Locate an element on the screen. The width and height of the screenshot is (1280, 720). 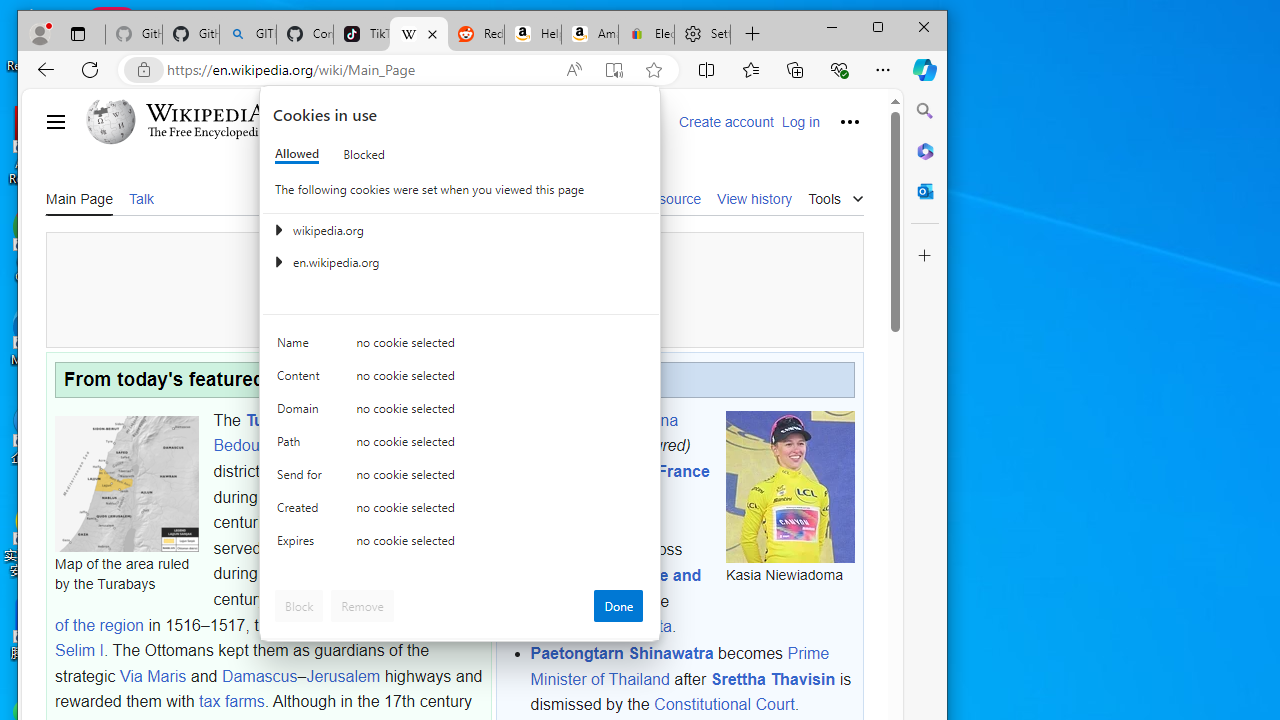
'Remove' is located at coordinates (362, 604).